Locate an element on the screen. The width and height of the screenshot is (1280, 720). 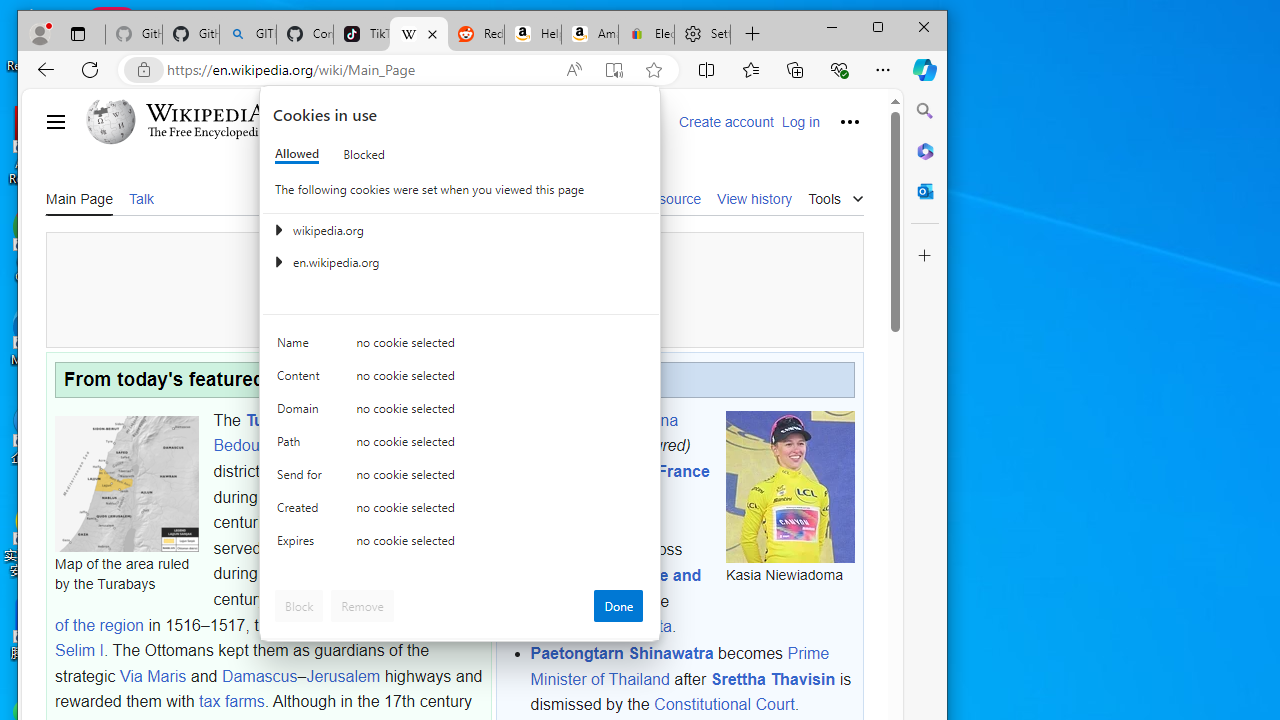
'Remove' is located at coordinates (362, 604).